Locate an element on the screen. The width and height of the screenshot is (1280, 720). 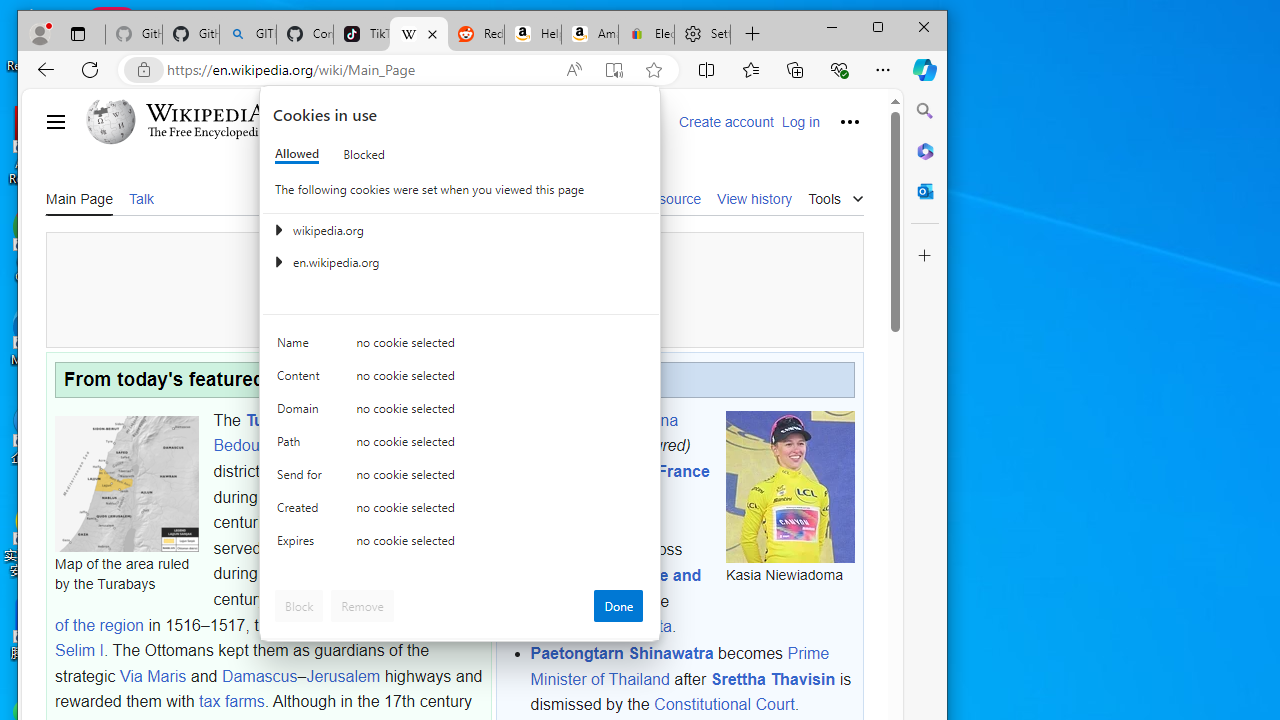
'Remove' is located at coordinates (362, 604).